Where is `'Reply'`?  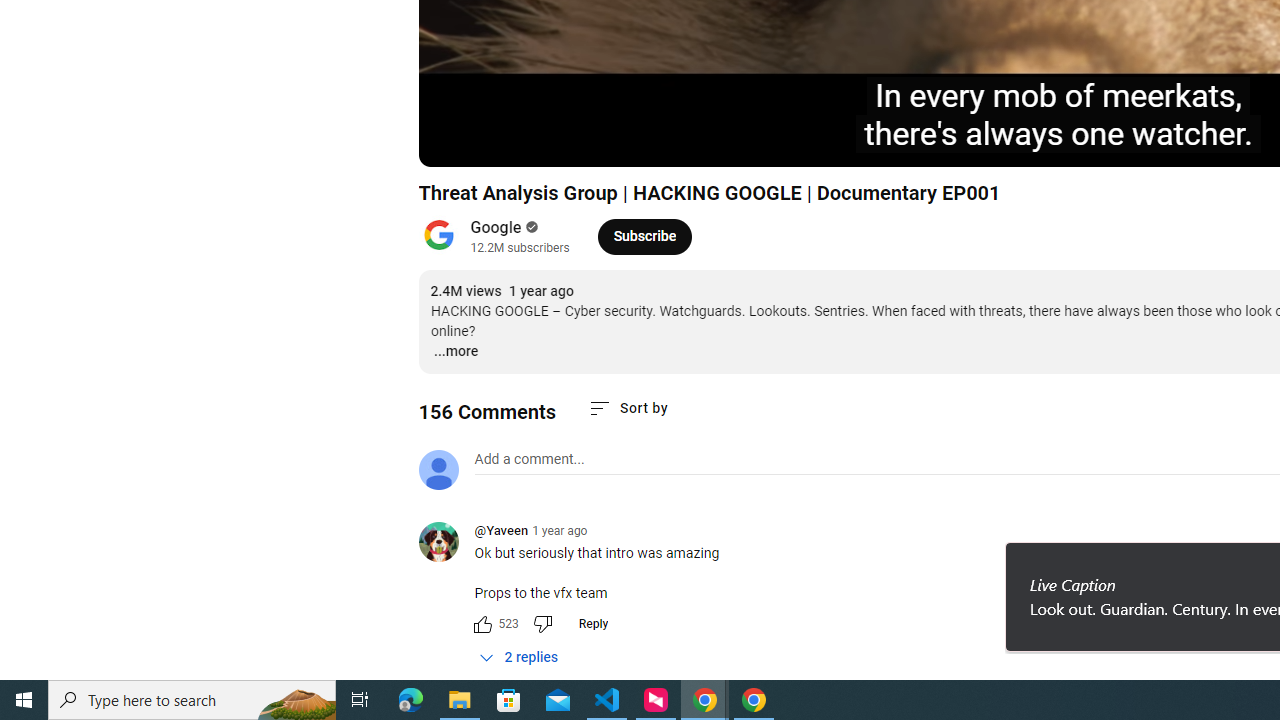 'Reply' is located at coordinates (592, 622).